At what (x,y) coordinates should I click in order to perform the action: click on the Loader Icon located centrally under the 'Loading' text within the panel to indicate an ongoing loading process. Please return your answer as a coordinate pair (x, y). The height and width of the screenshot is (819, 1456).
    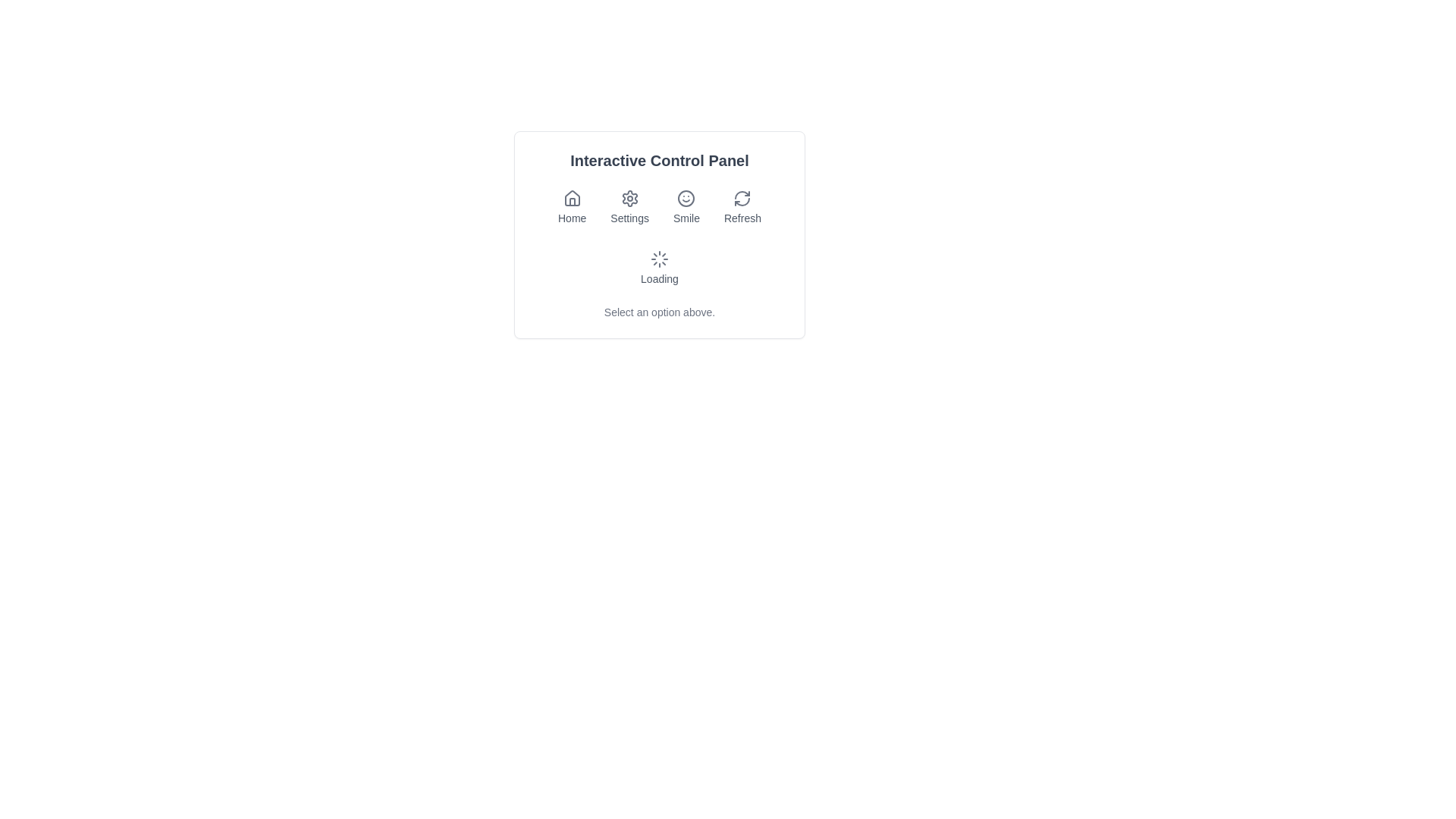
    Looking at the image, I should click on (659, 259).